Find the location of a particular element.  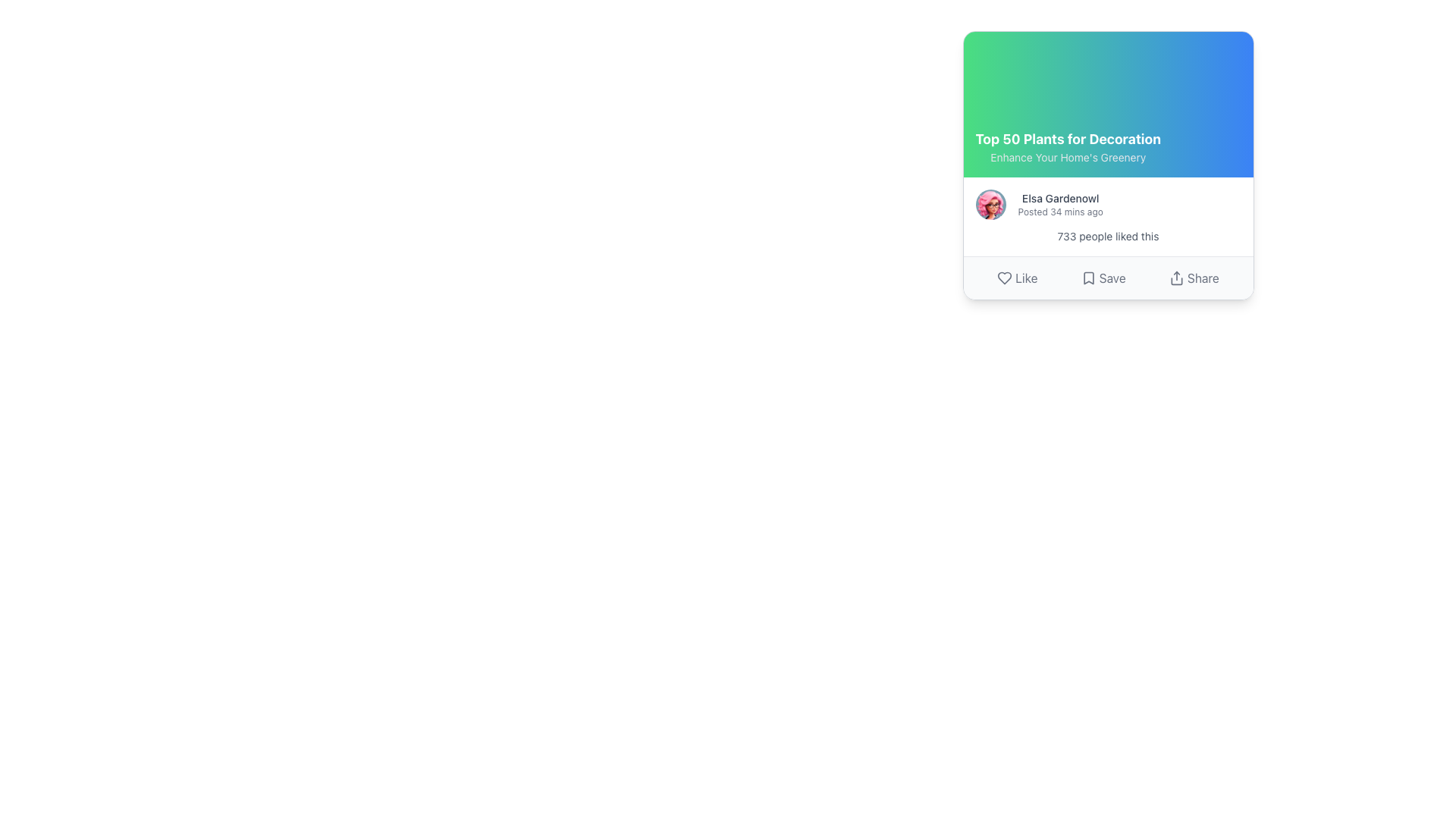

the 'Like' button located at the bottom left of the card is located at coordinates (1016, 278).